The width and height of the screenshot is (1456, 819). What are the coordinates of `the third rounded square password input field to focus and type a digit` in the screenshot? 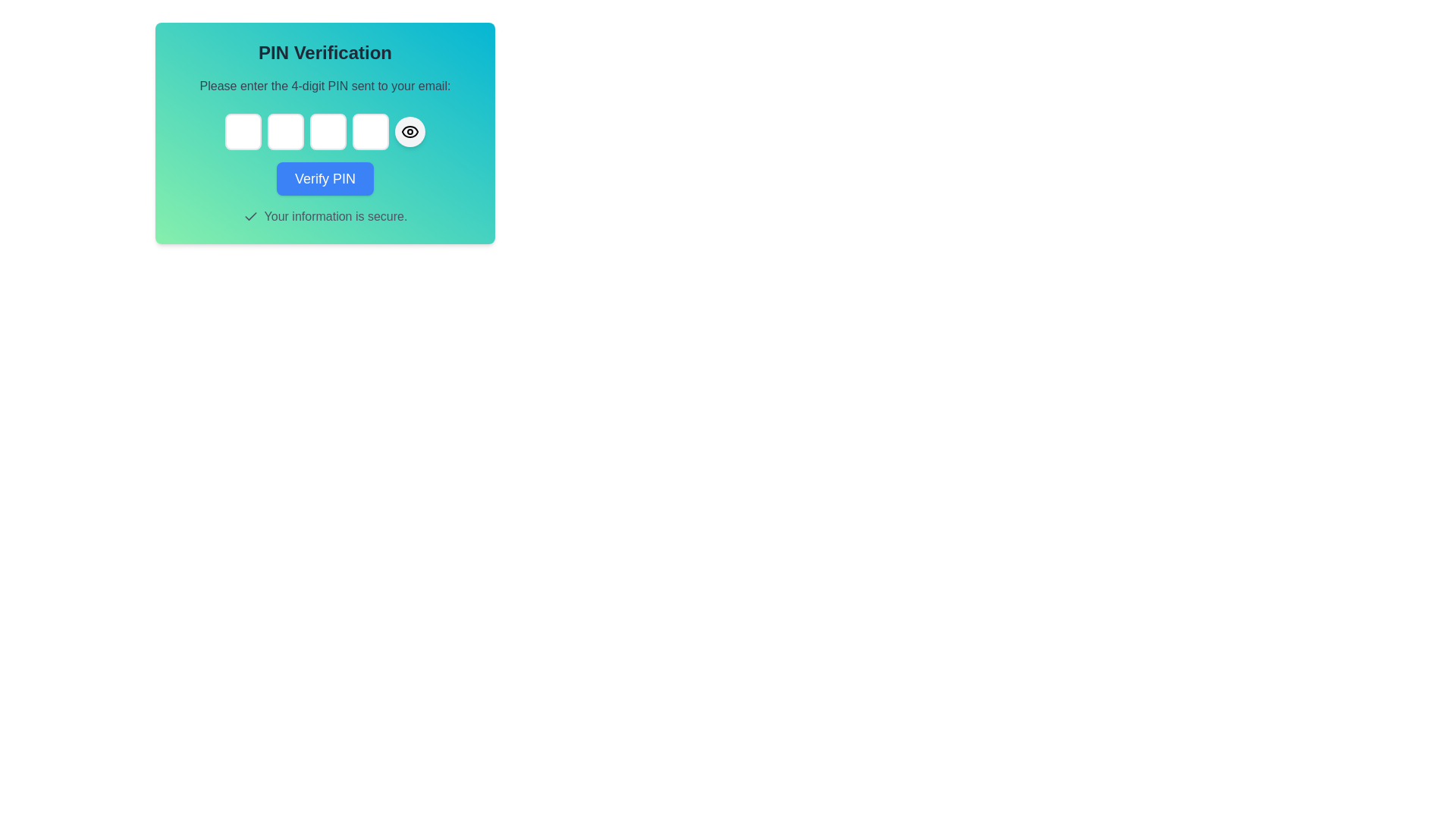 It's located at (324, 133).